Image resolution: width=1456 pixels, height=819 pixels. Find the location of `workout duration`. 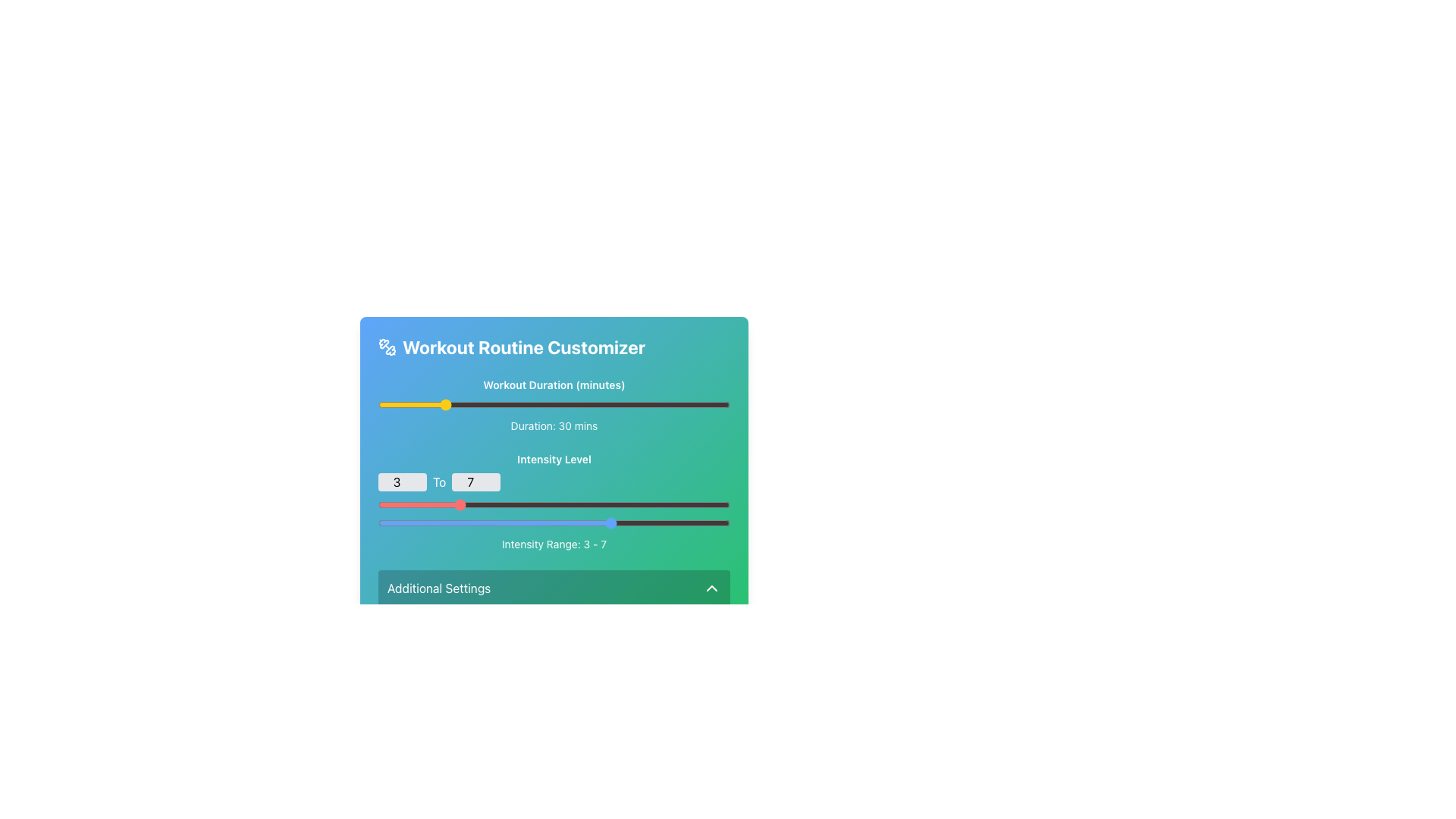

workout duration is located at coordinates (400, 403).